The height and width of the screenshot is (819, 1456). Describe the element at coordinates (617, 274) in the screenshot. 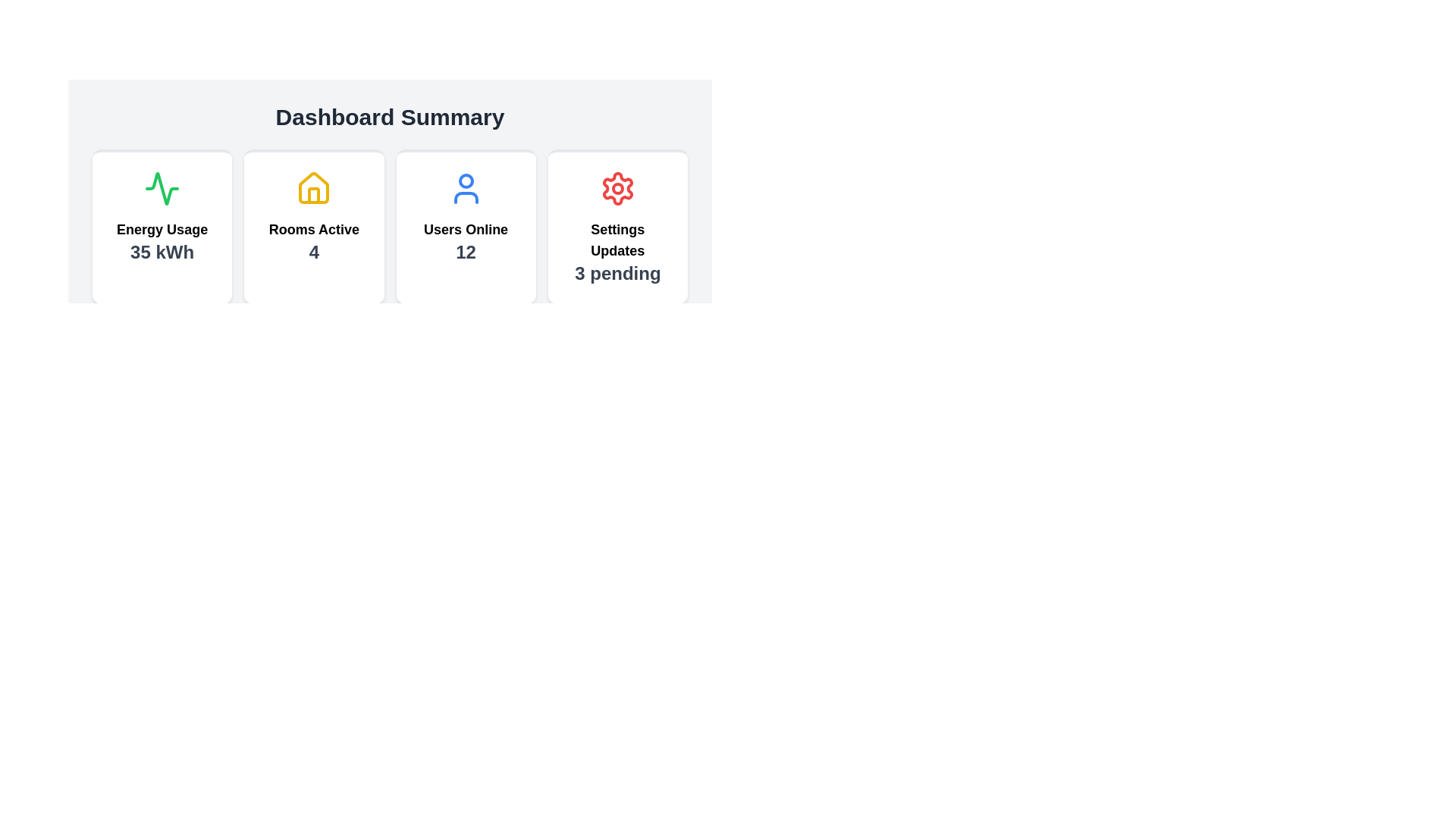

I see `numerical status displayed in the Text Label that indicates the count of pending updates associated with the settings, located within the 'Settings Updates' card` at that location.